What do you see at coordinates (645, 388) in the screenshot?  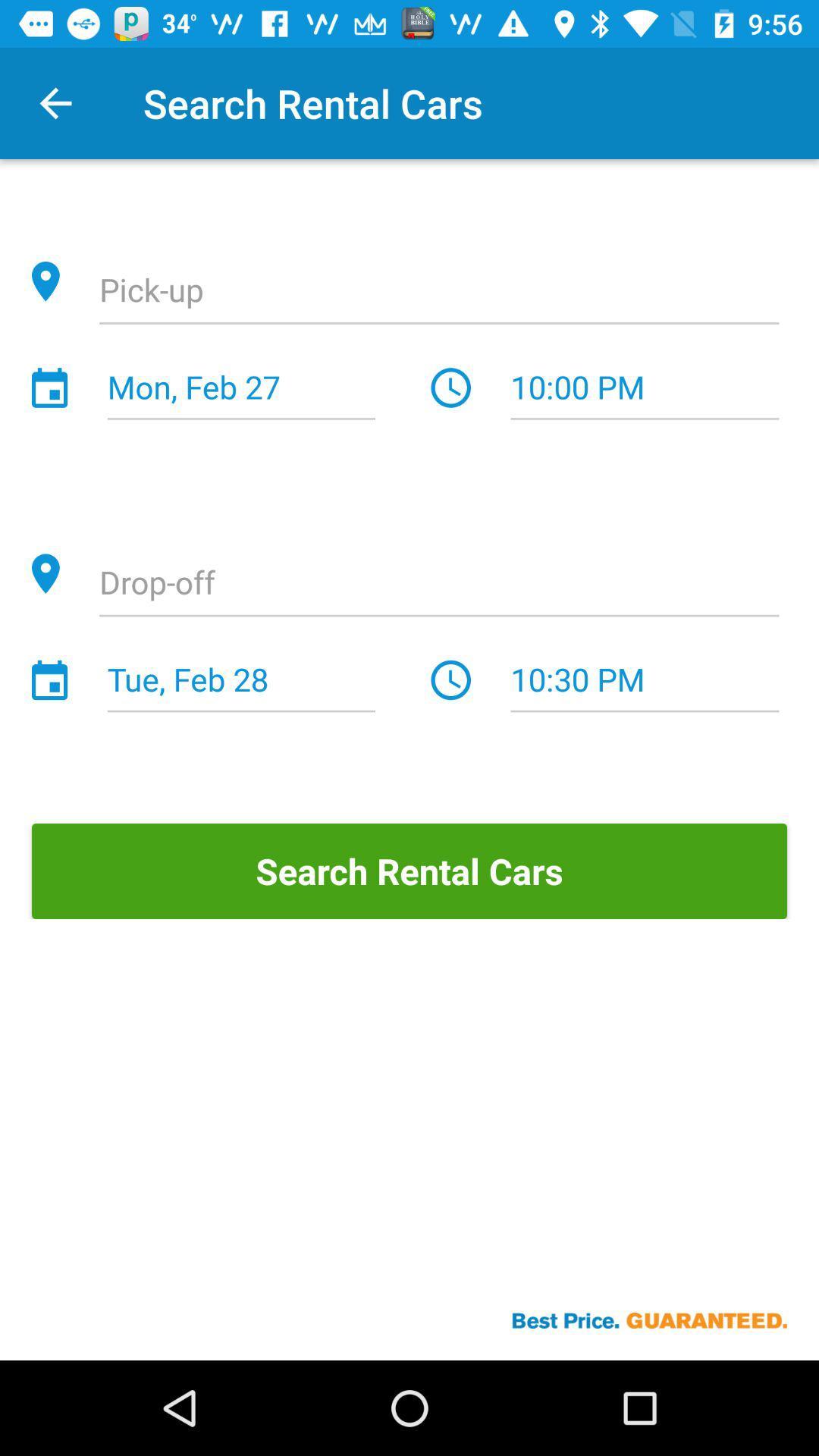 I see `1000 pm` at bounding box center [645, 388].